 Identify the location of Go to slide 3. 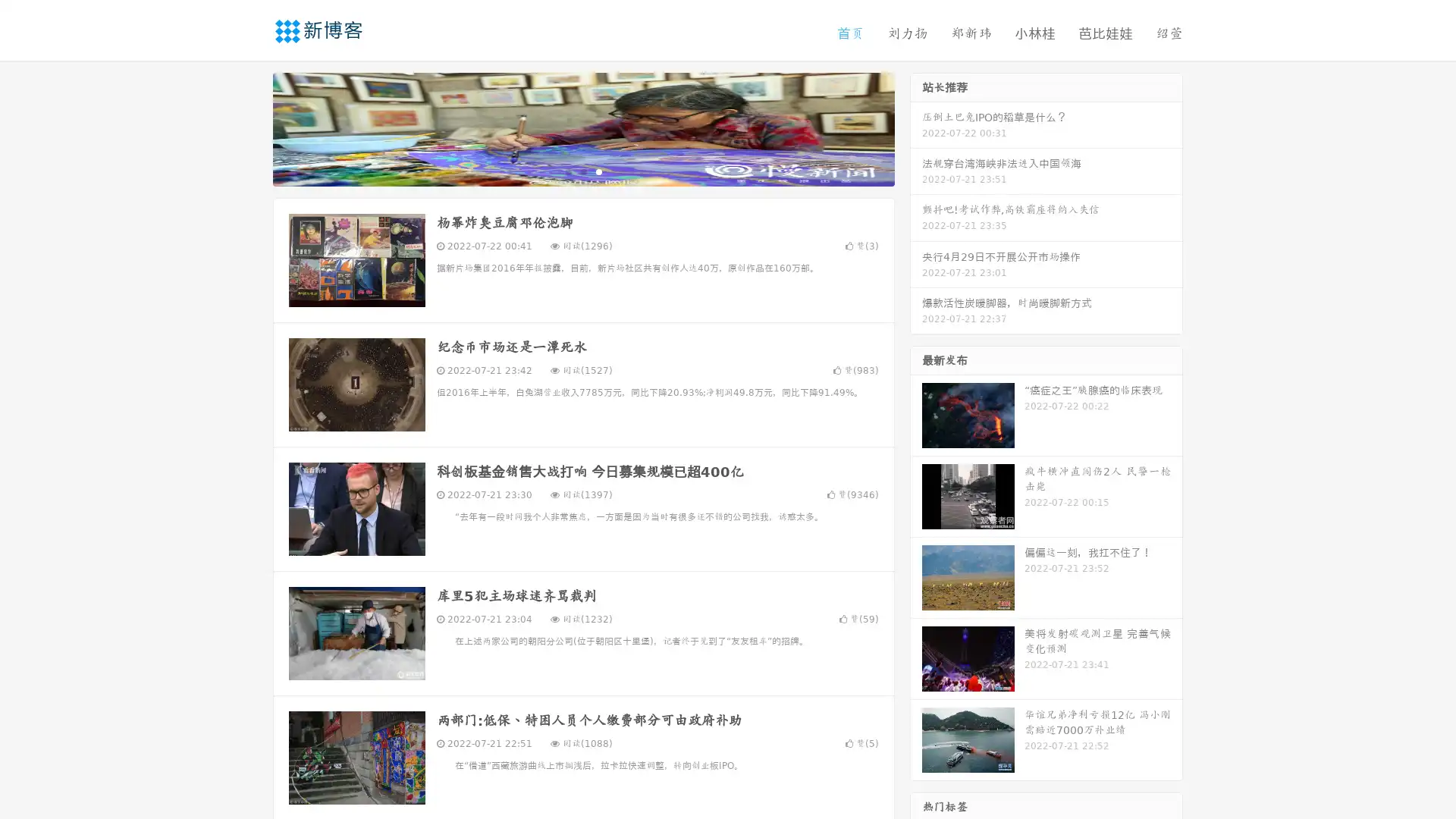
(598, 171).